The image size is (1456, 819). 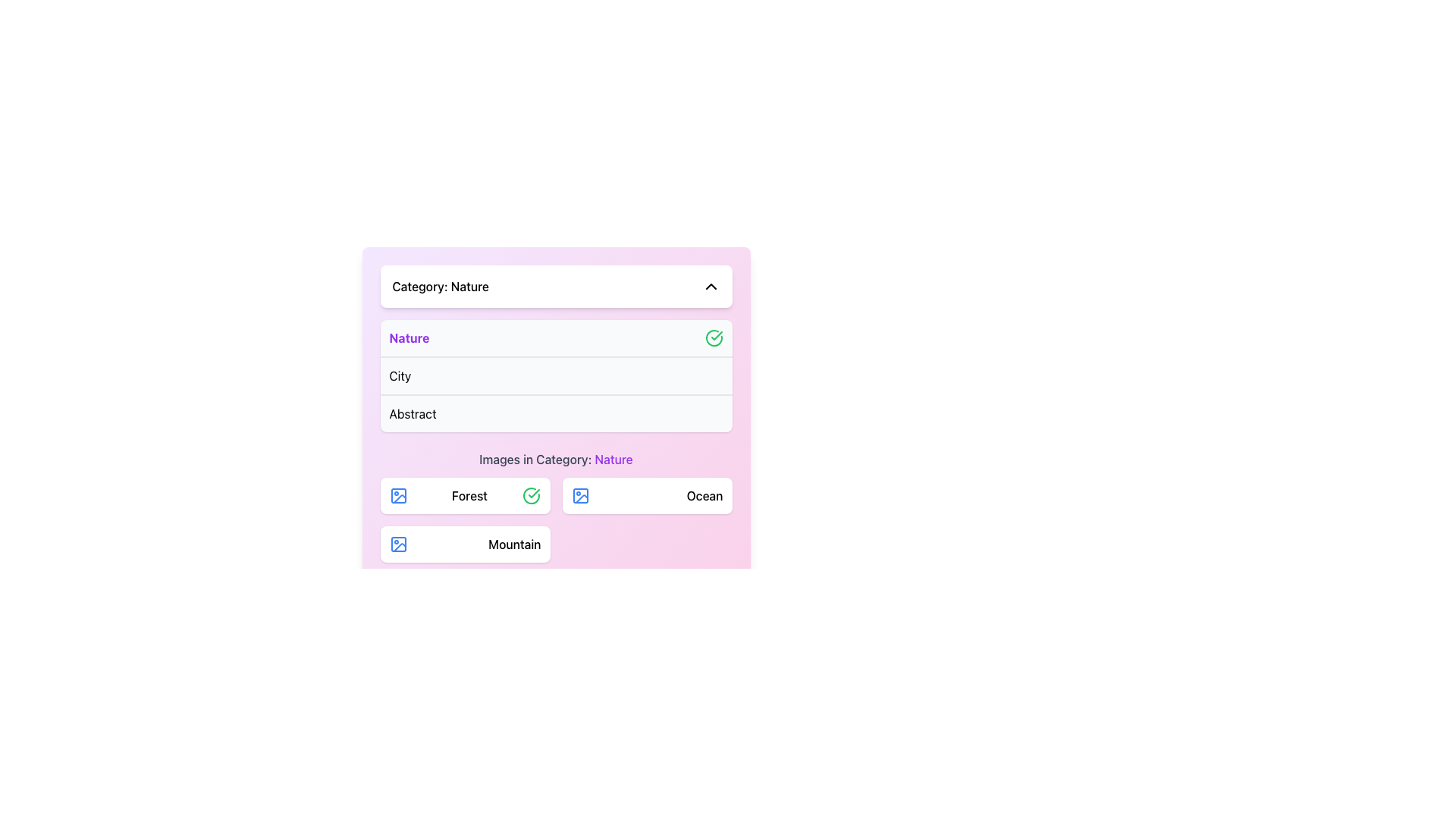 I want to click on the Chevron-Up icon, which has a black stroke and is positioned at the upper right corner of the 'Category: Nature' header, so click(x=710, y=287).